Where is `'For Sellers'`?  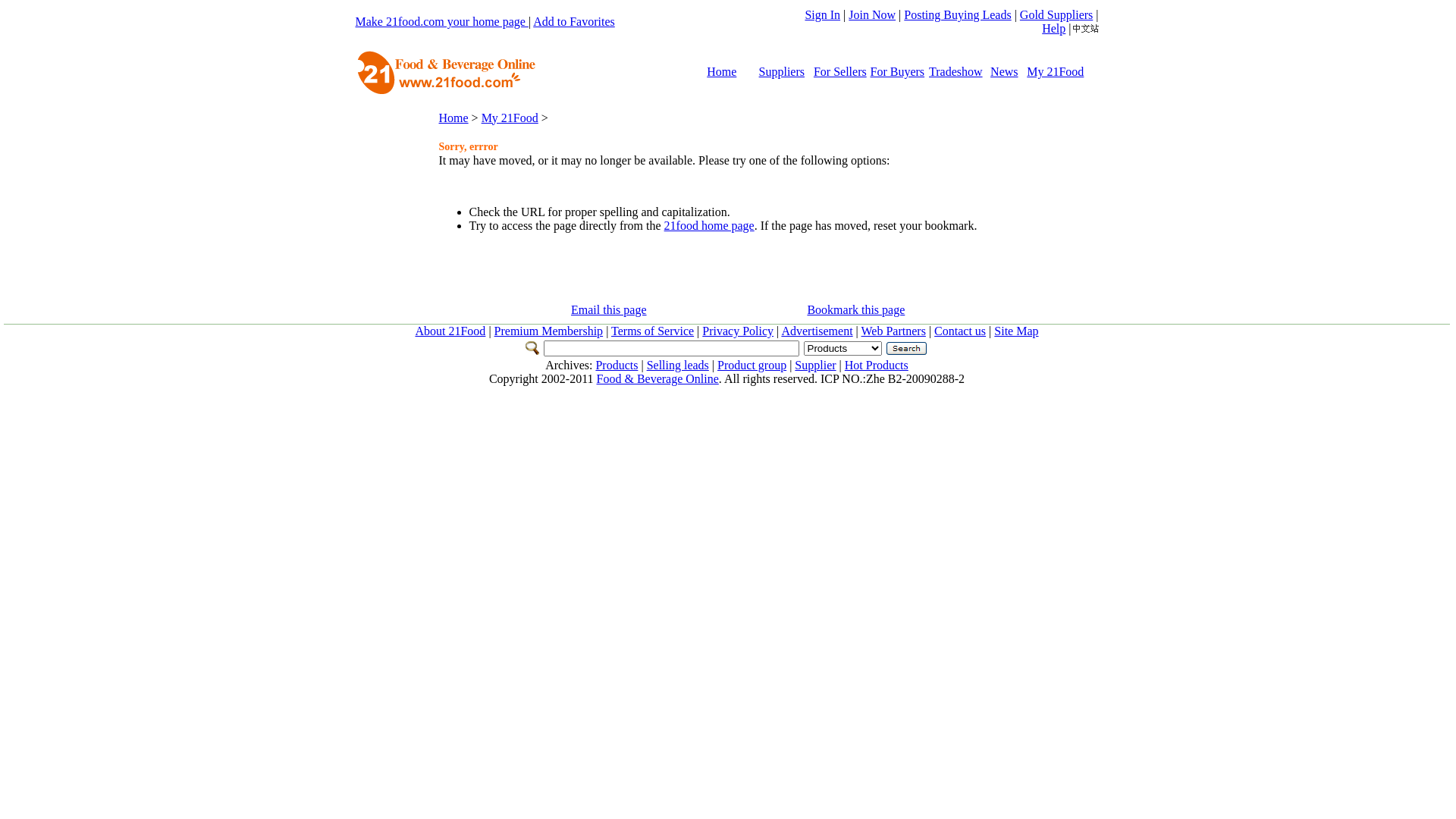
'For Sellers' is located at coordinates (839, 71).